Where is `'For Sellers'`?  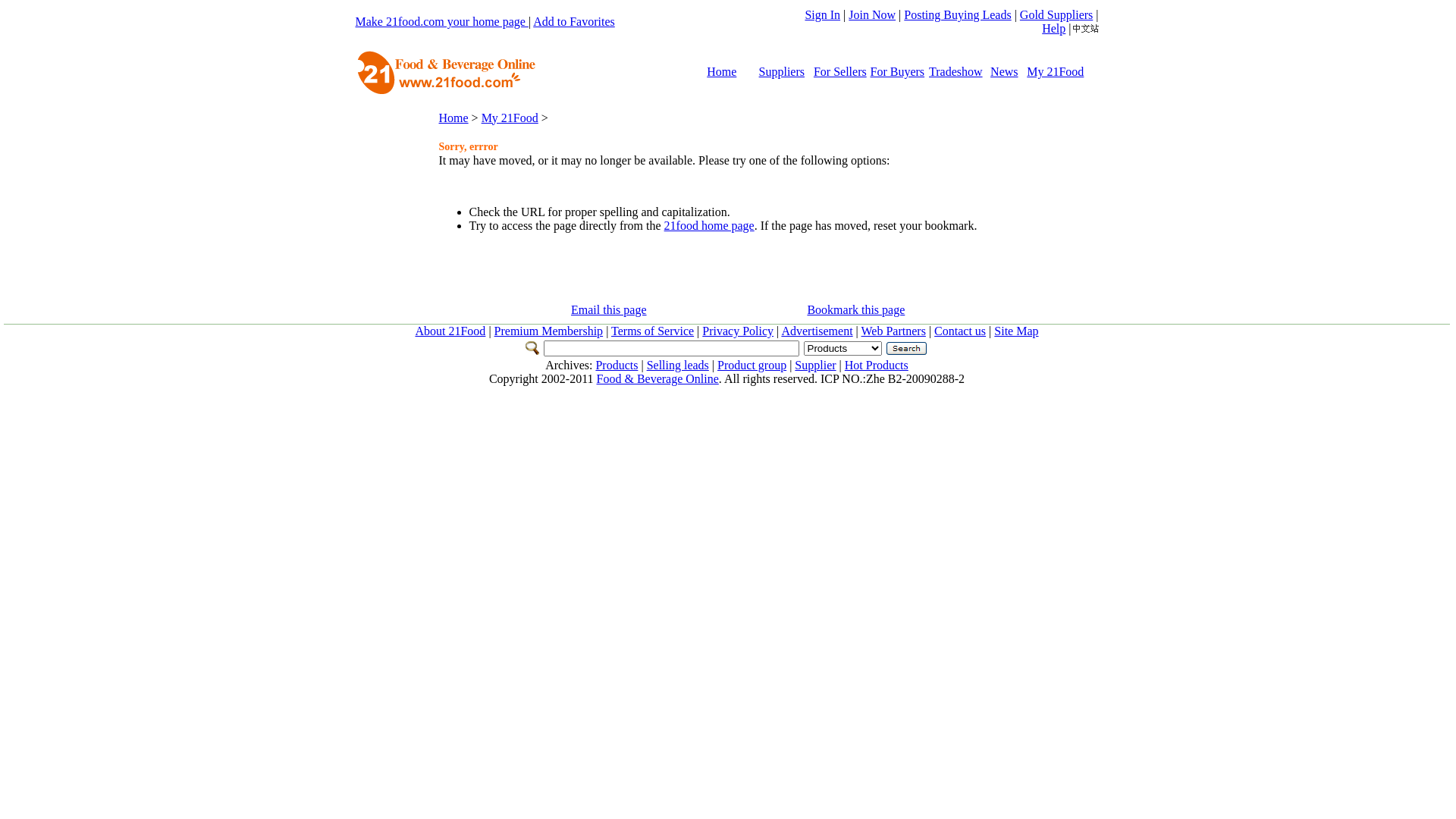
'For Sellers' is located at coordinates (839, 71).